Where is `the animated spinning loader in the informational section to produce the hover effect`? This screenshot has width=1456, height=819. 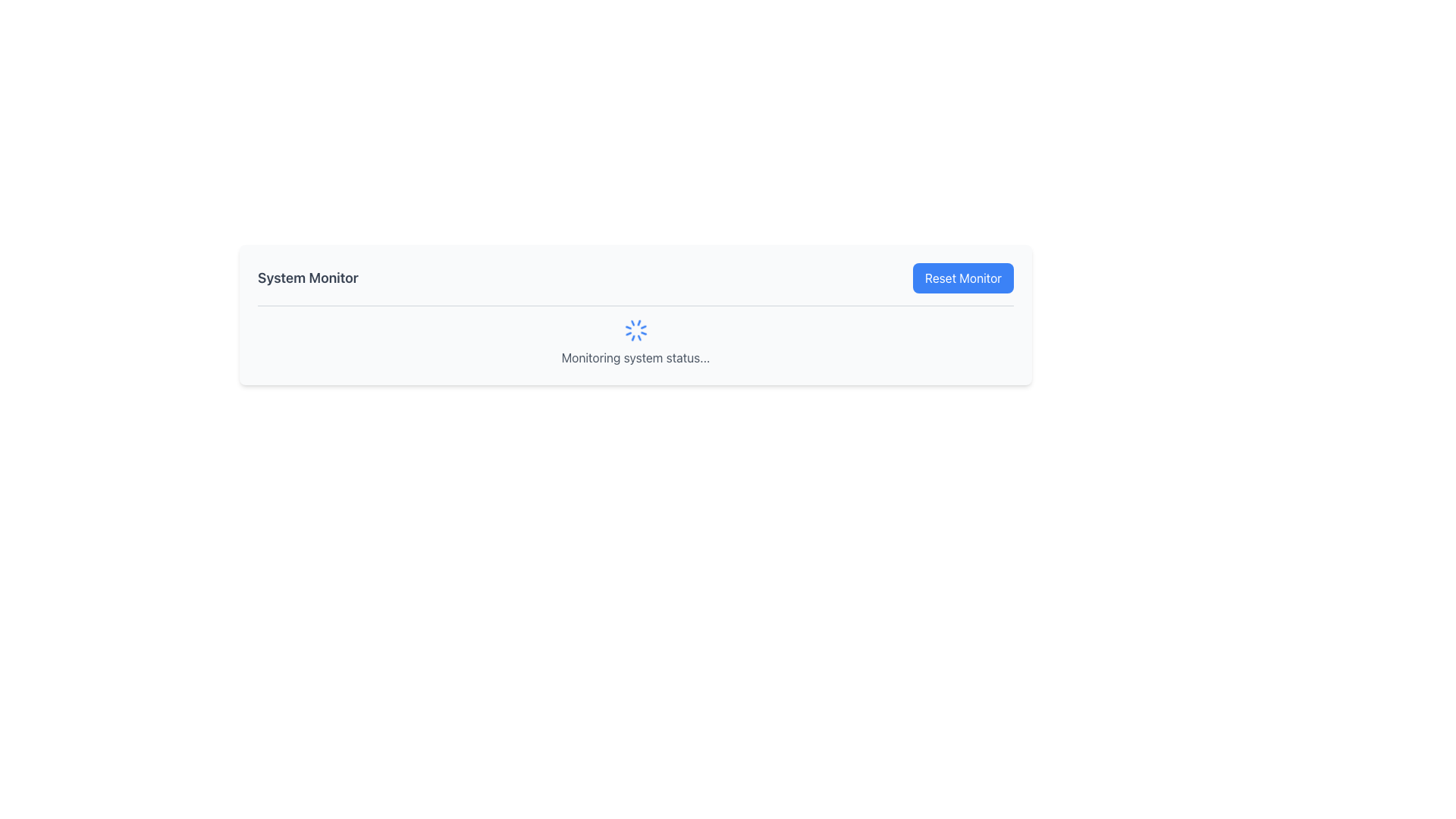
the animated spinning loader in the informational section to produce the hover effect is located at coordinates (635, 342).